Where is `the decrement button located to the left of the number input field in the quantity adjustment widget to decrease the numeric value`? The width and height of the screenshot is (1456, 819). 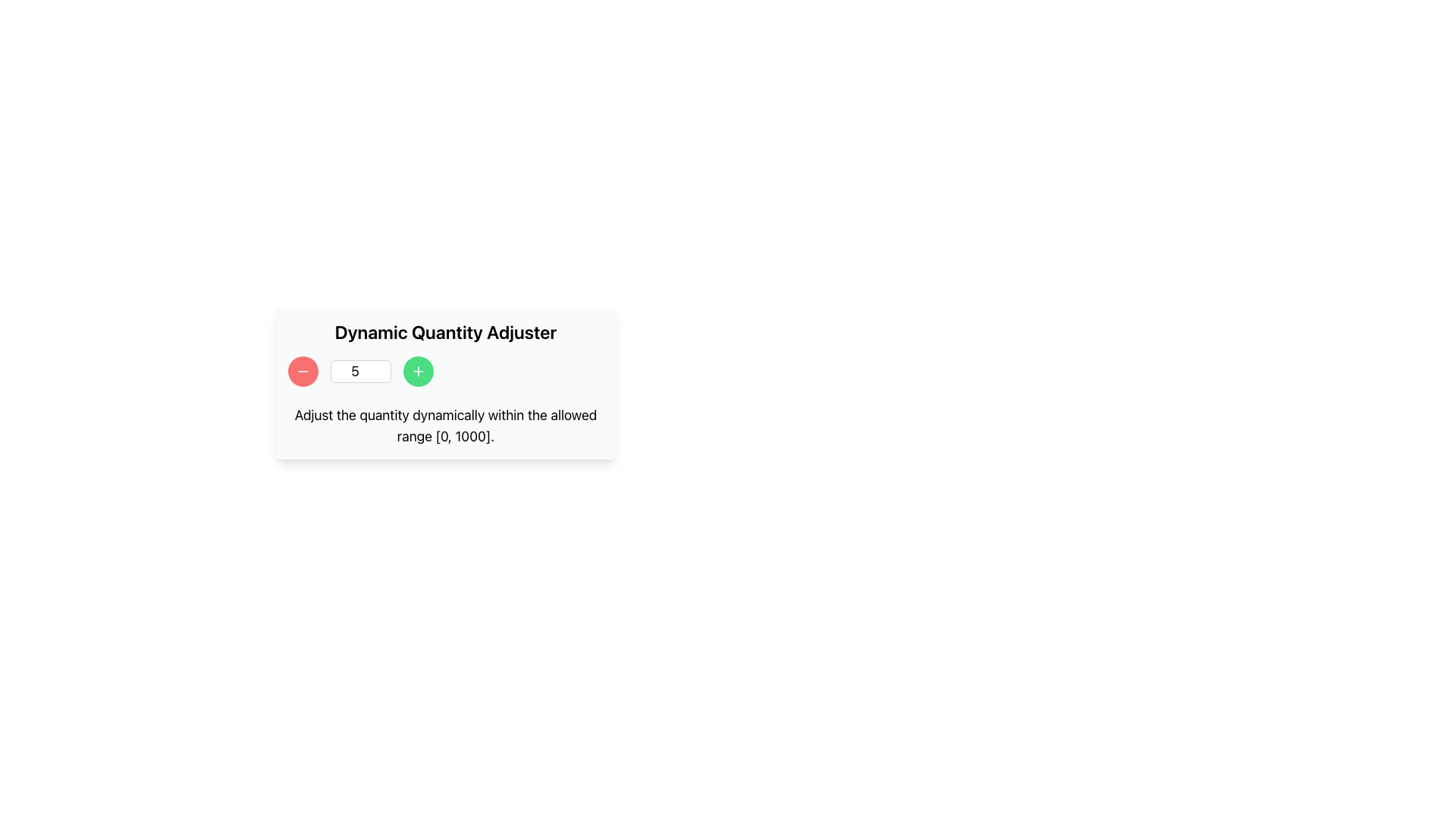 the decrement button located to the left of the number input field in the quantity adjustment widget to decrease the numeric value is located at coordinates (303, 371).